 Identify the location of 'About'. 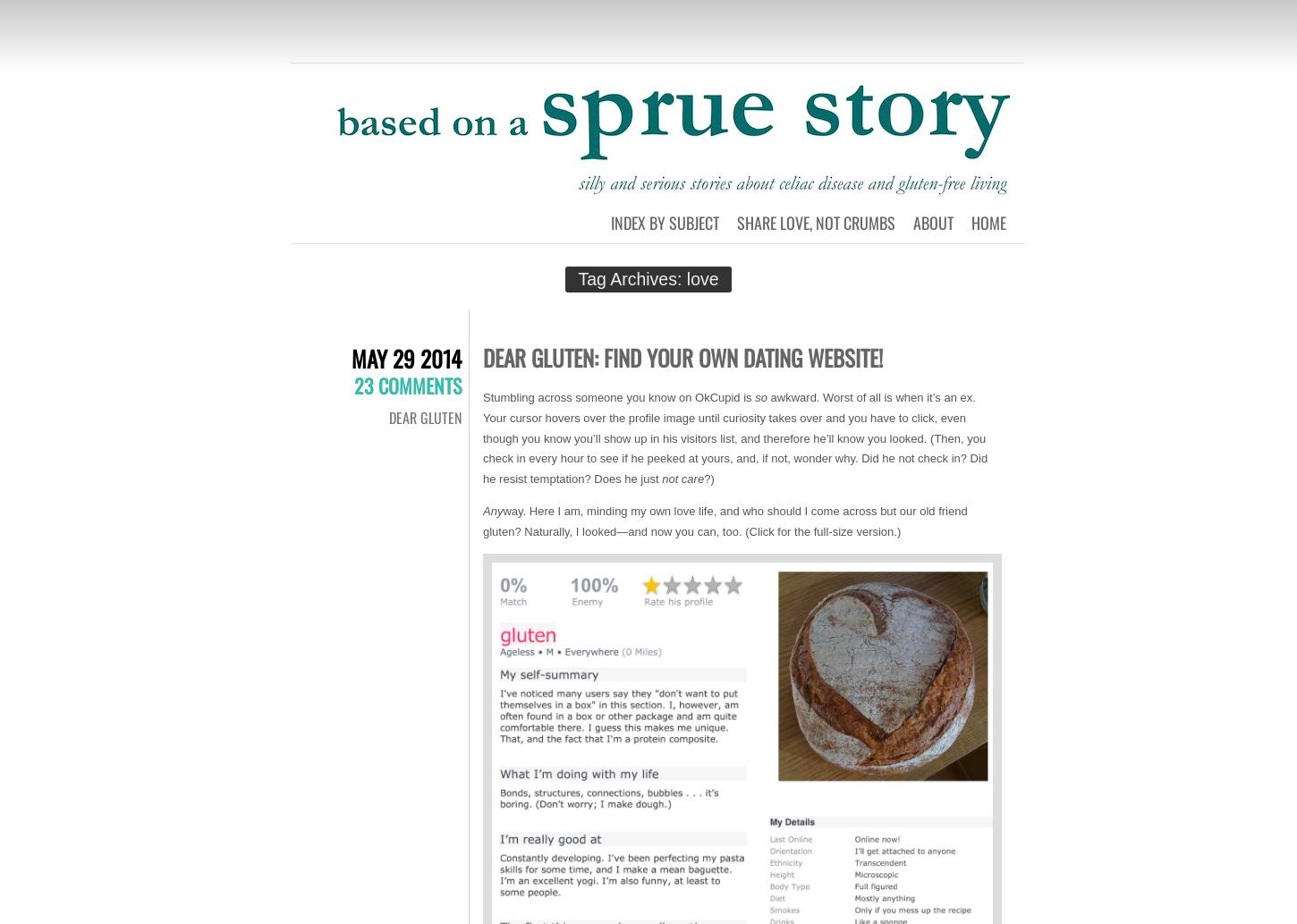
(933, 221).